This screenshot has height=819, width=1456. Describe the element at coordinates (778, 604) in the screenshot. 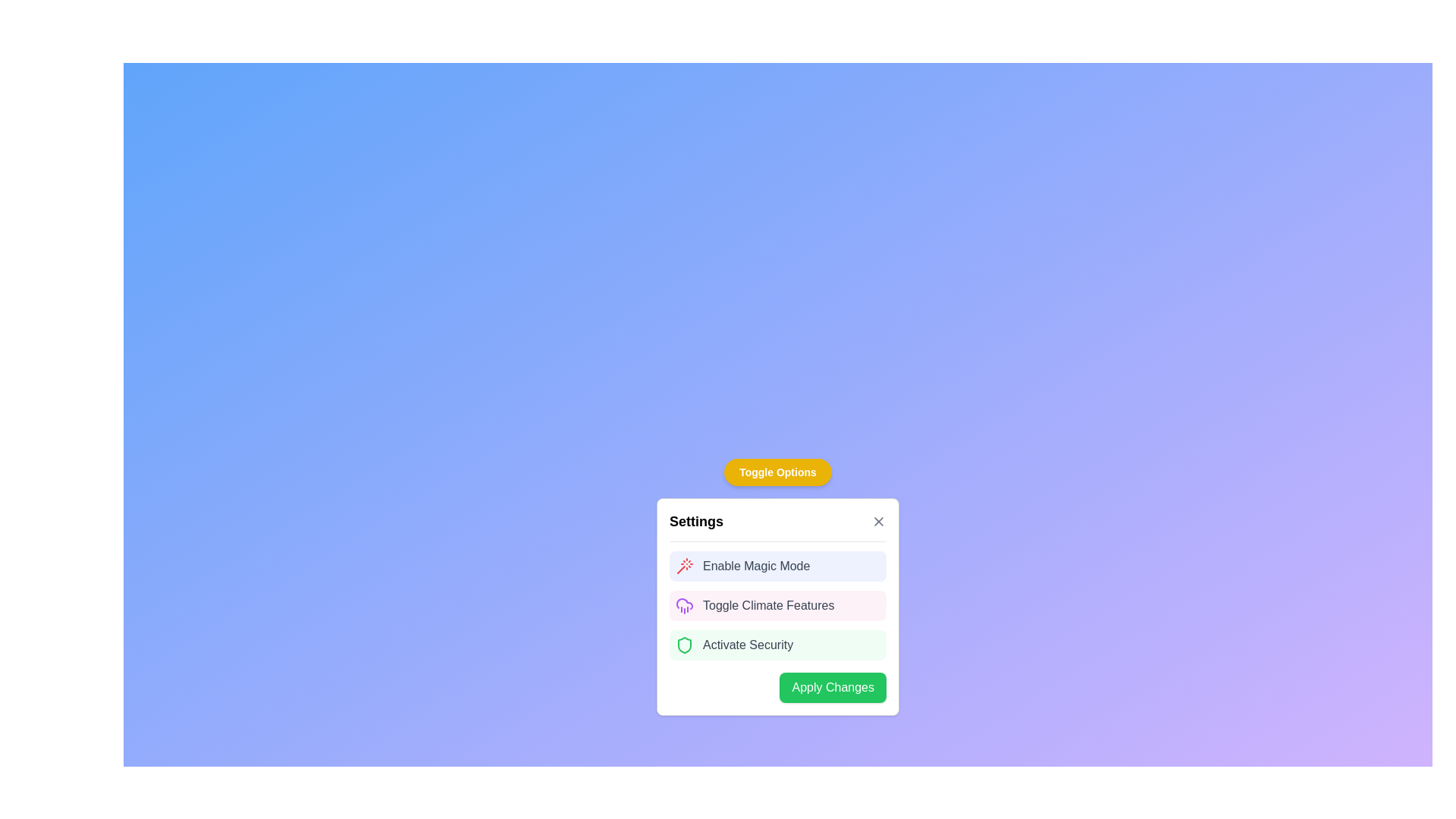

I see `the clickable list option labeled 'Toggle Climate Features' which is represented by a purple cloud and rain icon on a pink background, located` at that location.